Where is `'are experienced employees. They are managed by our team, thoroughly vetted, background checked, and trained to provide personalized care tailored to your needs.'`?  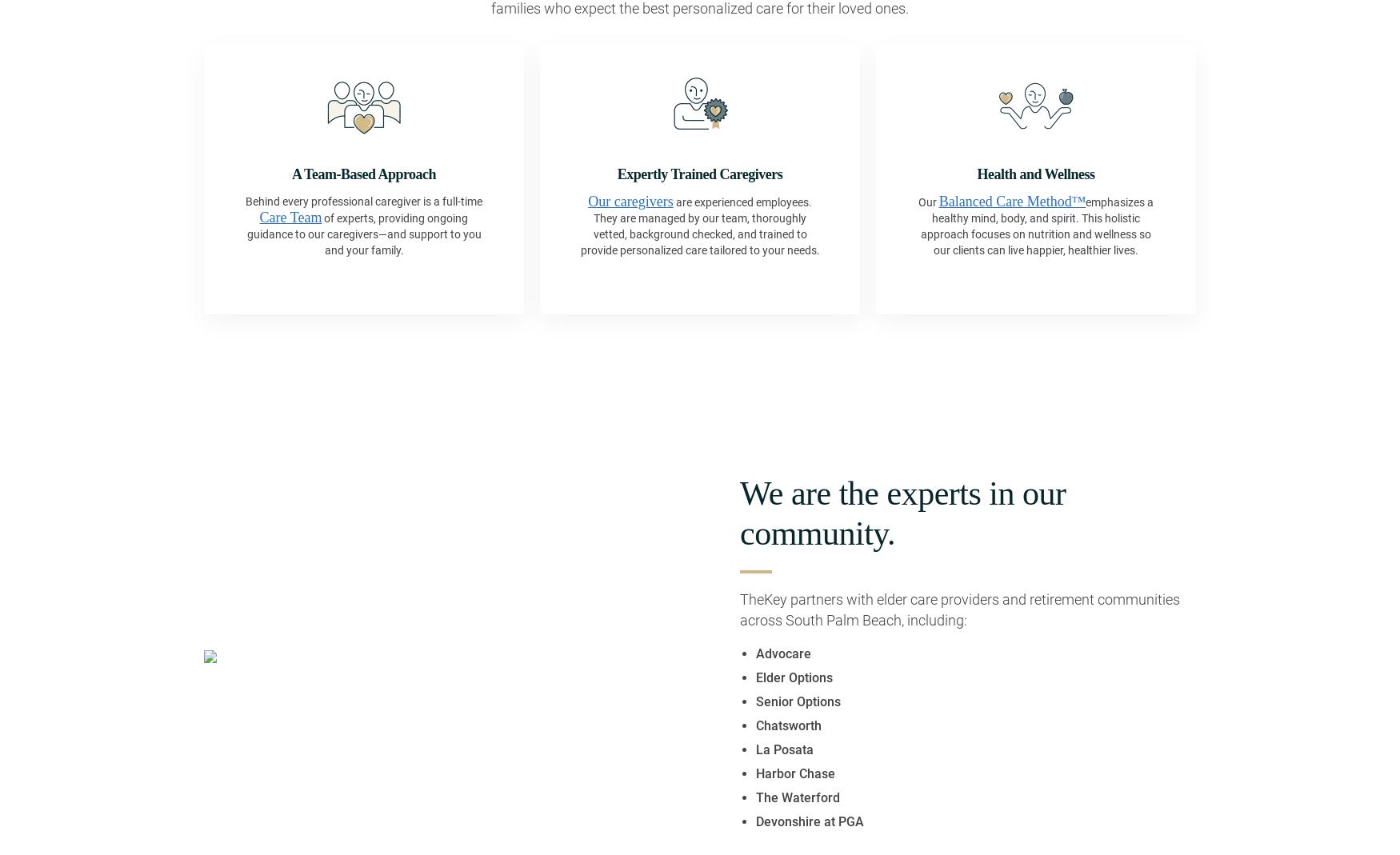
'are experienced employees. They are managed by our team, thoroughly vetted, background checked, and trained to provide personalized care tailored to your needs.' is located at coordinates (699, 225).